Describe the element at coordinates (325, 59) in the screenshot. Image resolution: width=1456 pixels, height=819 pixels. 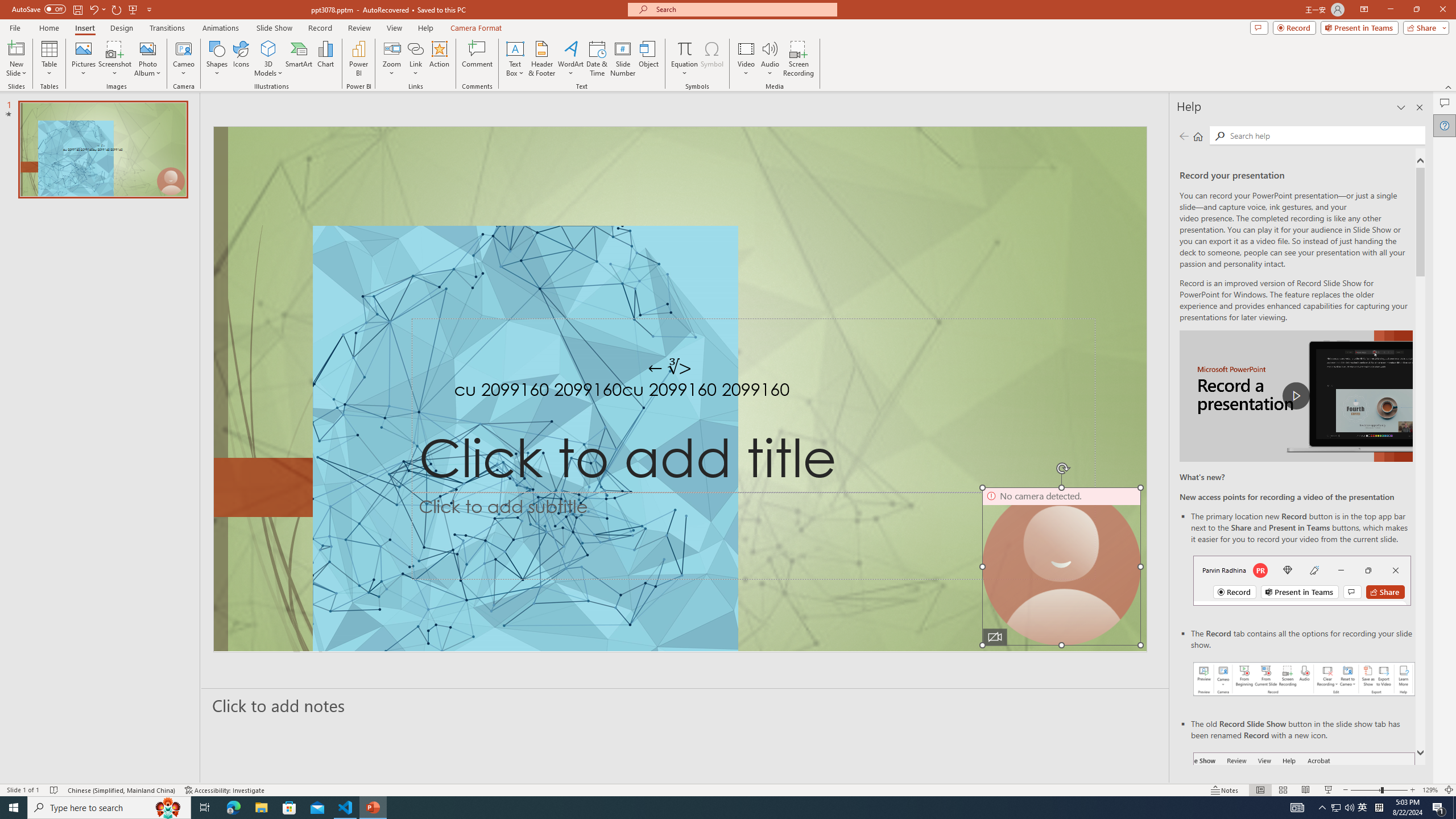
I see `'Chart...'` at that location.